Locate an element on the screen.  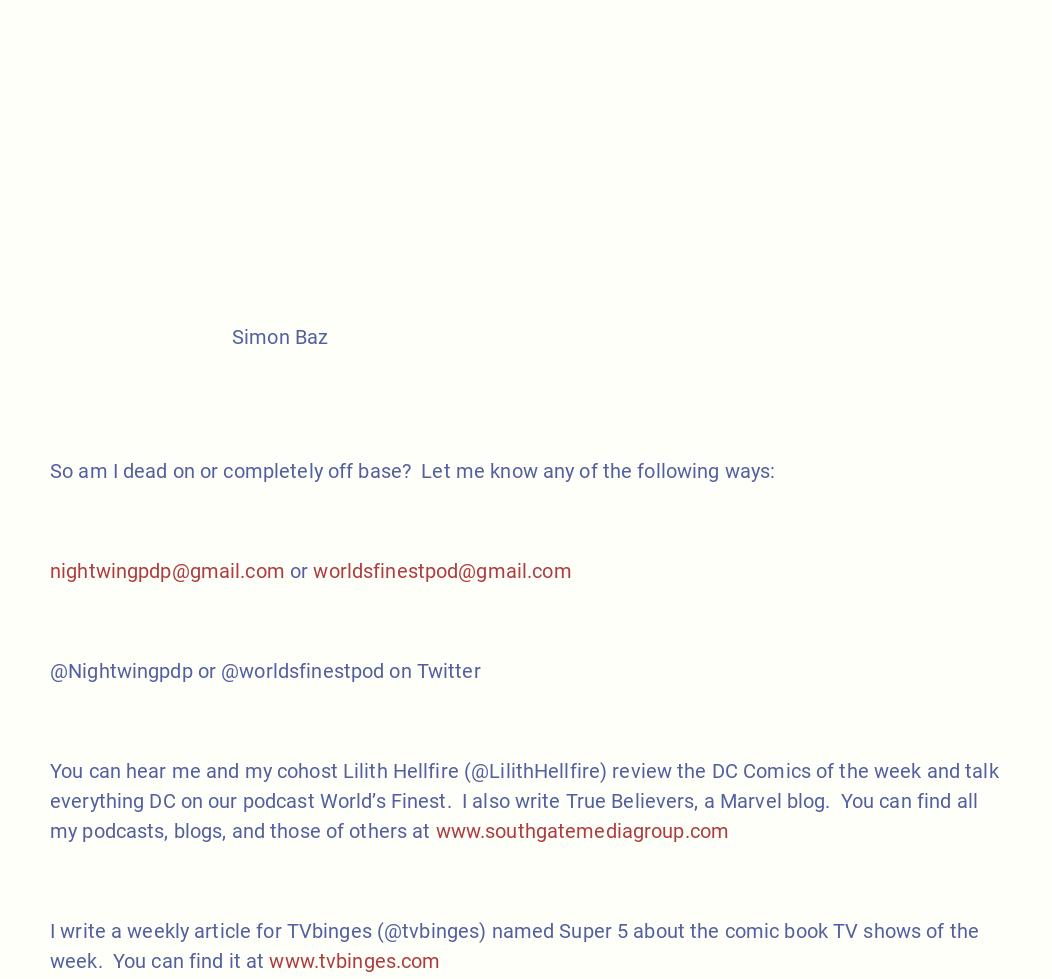
'I write a weekly article for TVbinges (@tvbinges) named Super 5 about the comic book TV shows of the week.  You can find it at' is located at coordinates (513, 944).